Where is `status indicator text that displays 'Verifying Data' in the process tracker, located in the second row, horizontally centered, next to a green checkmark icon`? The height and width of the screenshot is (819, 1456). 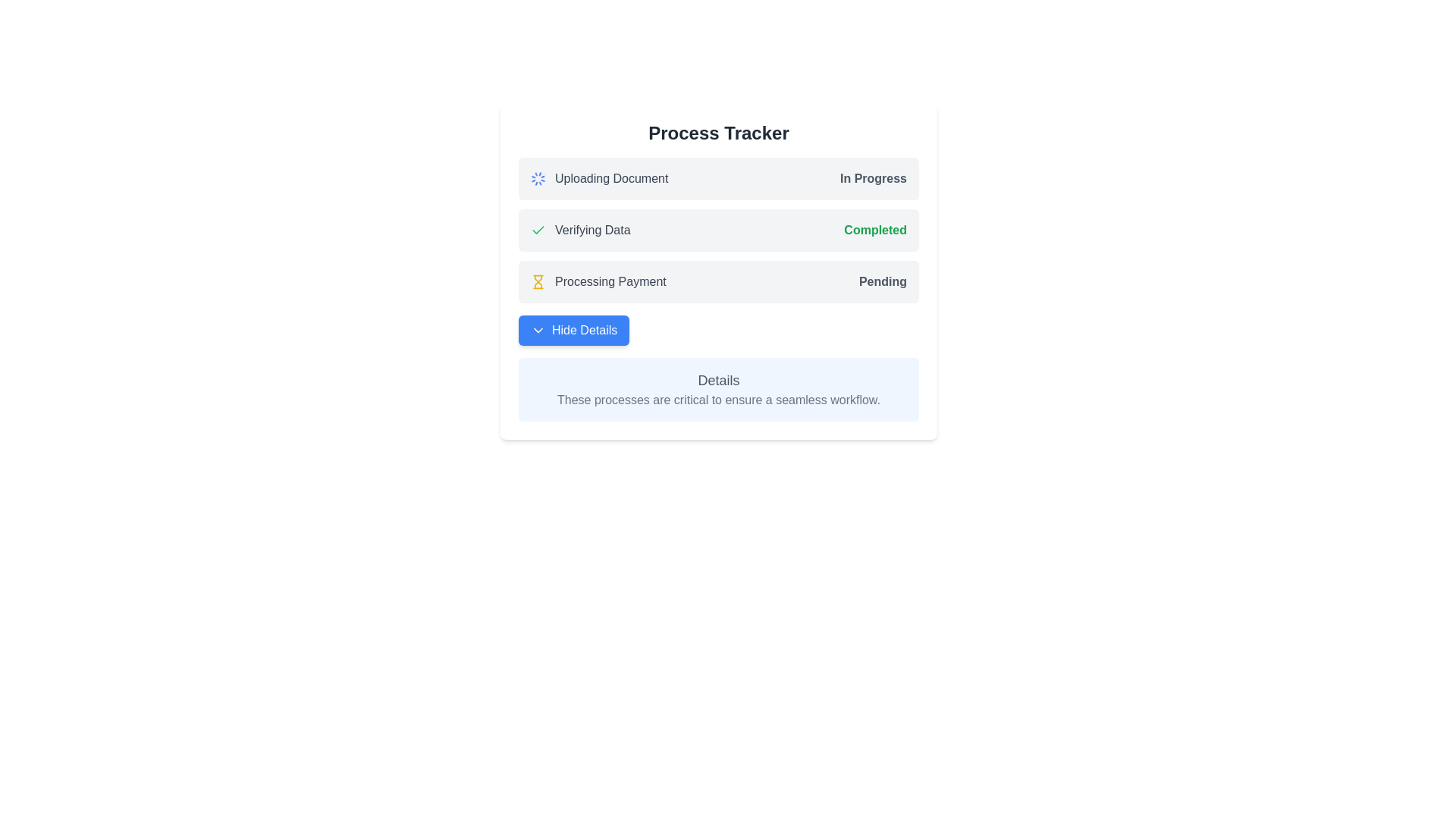
status indicator text that displays 'Verifying Data' in the process tracker, located in the second row, horizontally centered, next to a green checkmark icon is located at coordinates (591, 231).